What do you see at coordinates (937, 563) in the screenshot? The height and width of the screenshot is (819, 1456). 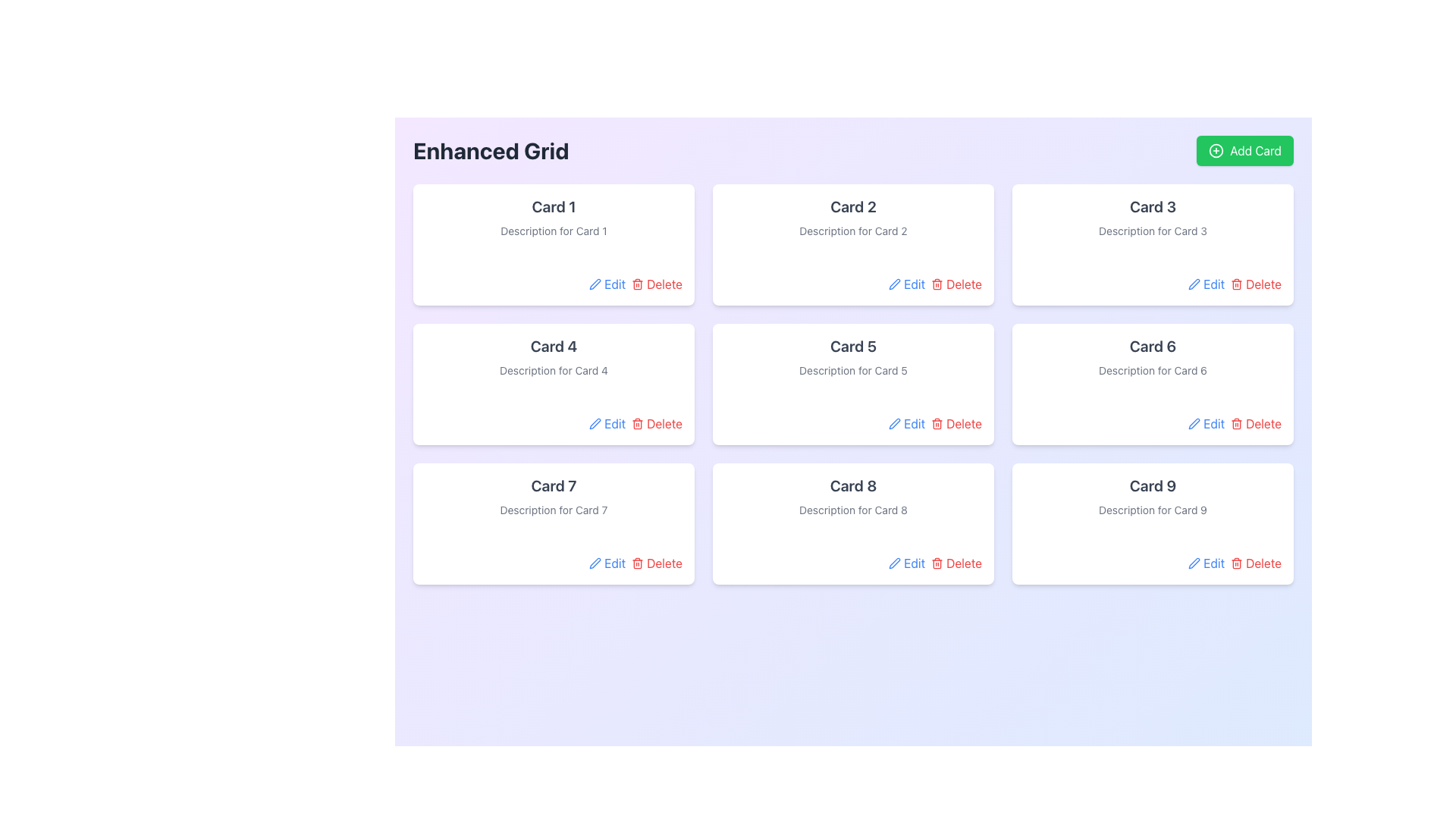 I see `the trash can icon button next to the 'Delete' text` at bounding box center [937, 563].